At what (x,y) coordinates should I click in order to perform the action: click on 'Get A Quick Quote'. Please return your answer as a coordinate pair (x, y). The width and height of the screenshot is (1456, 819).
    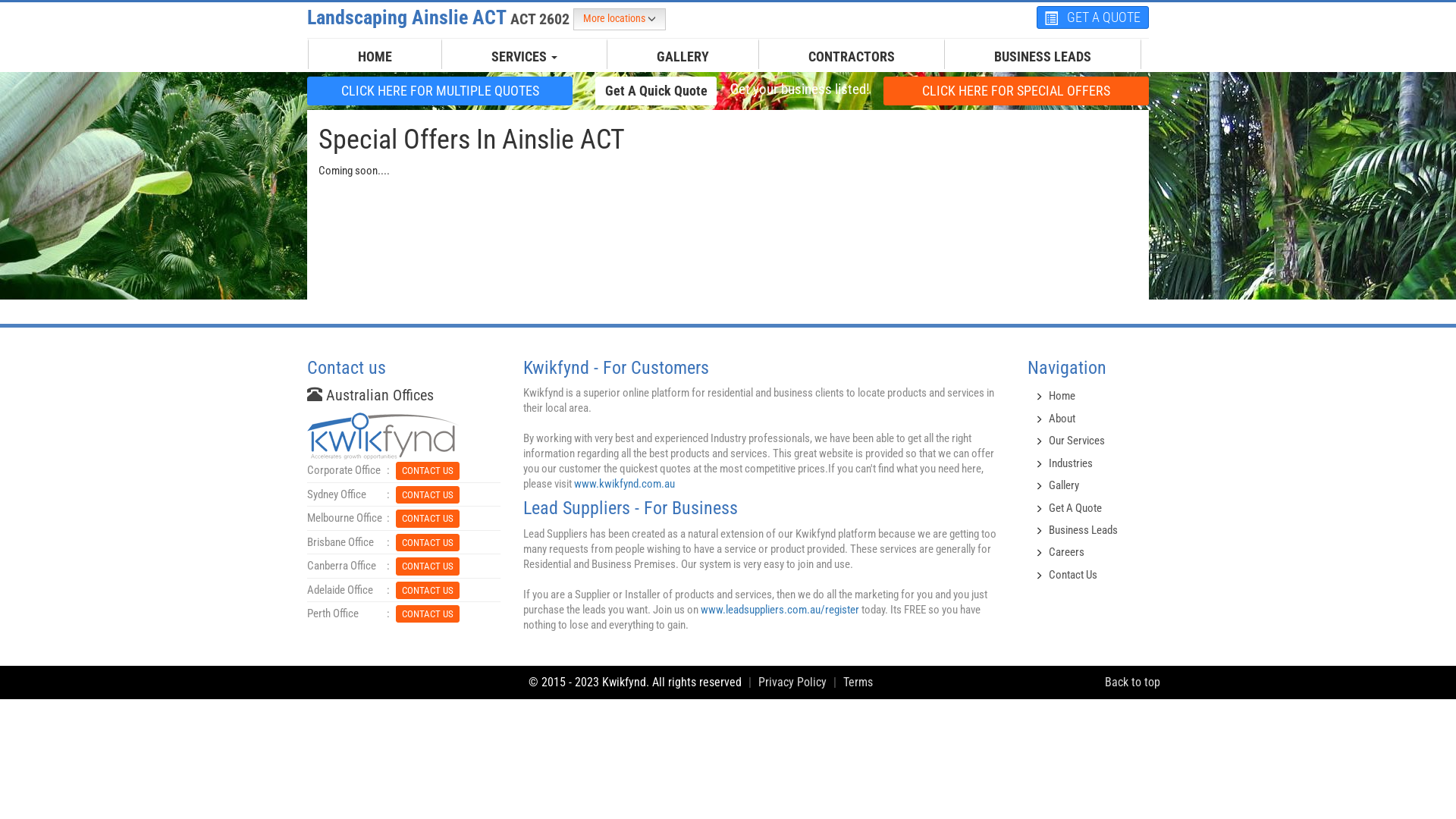
    Looking at the image, I should click on (595, 90).